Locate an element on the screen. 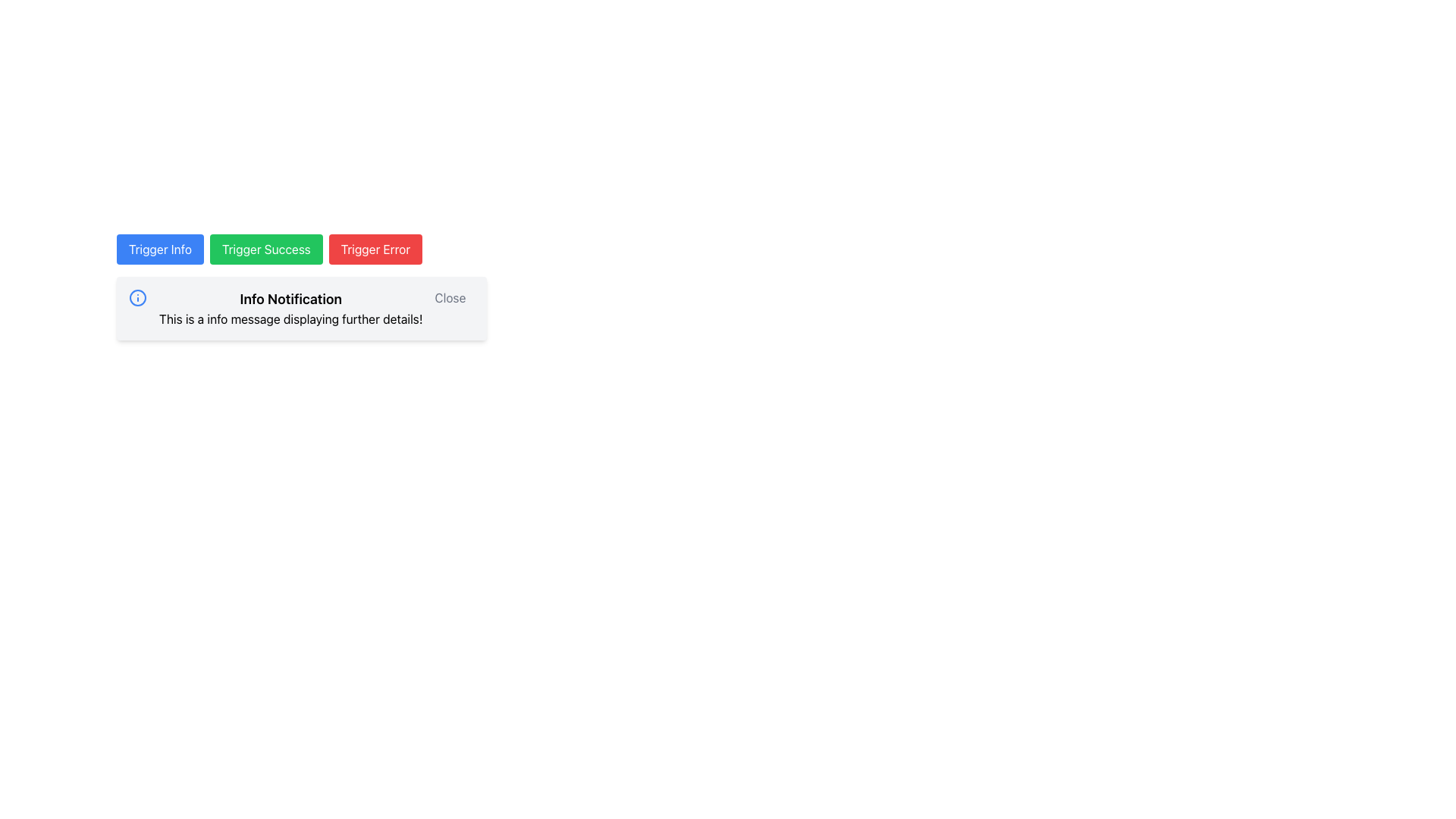 Image resolution: width=1456 pixels, height=819 pixels. the information icon with a blue border located in the top-left corner of the 'Info Notification' box, adjacent to the title text is located at coordinates (138, 298).